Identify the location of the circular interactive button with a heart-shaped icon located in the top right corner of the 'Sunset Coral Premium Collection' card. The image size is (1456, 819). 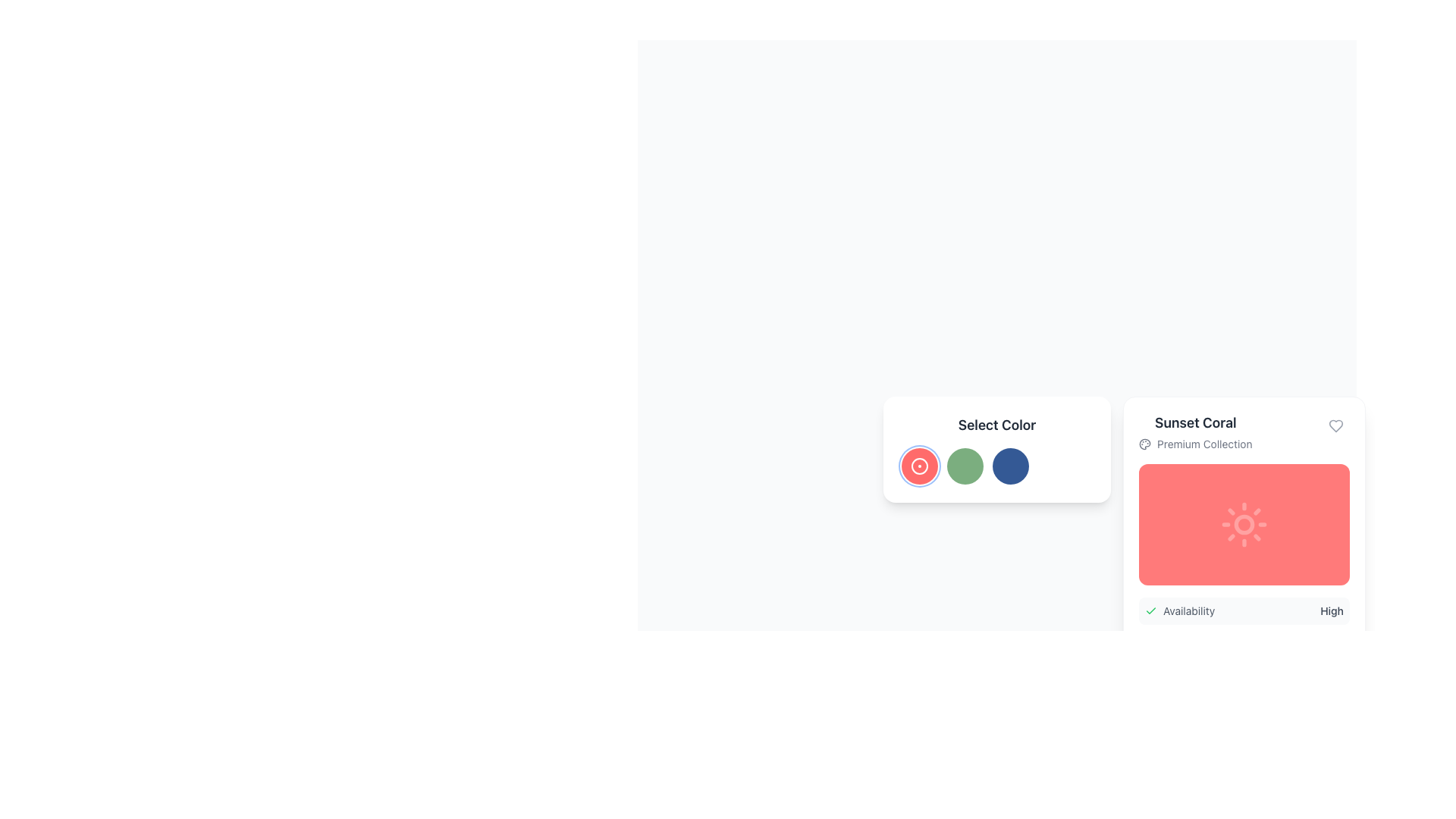
(1335, 426).